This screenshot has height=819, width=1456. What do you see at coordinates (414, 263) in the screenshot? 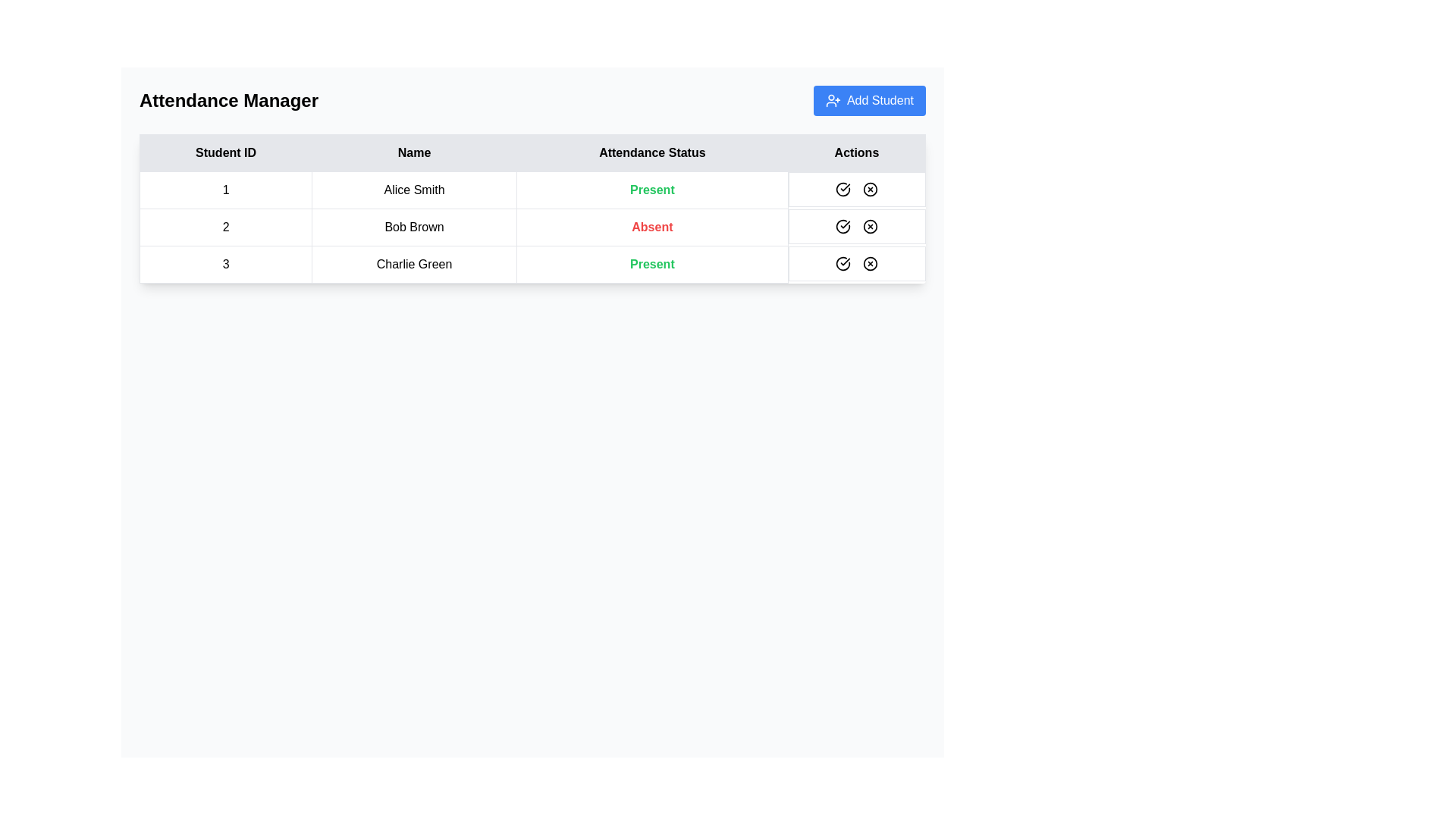
I see `the Text Label element displaying 'Charlie Green', which is located in the third row and second column of the table under the 'Name' header` at bounding box center [414, 263].